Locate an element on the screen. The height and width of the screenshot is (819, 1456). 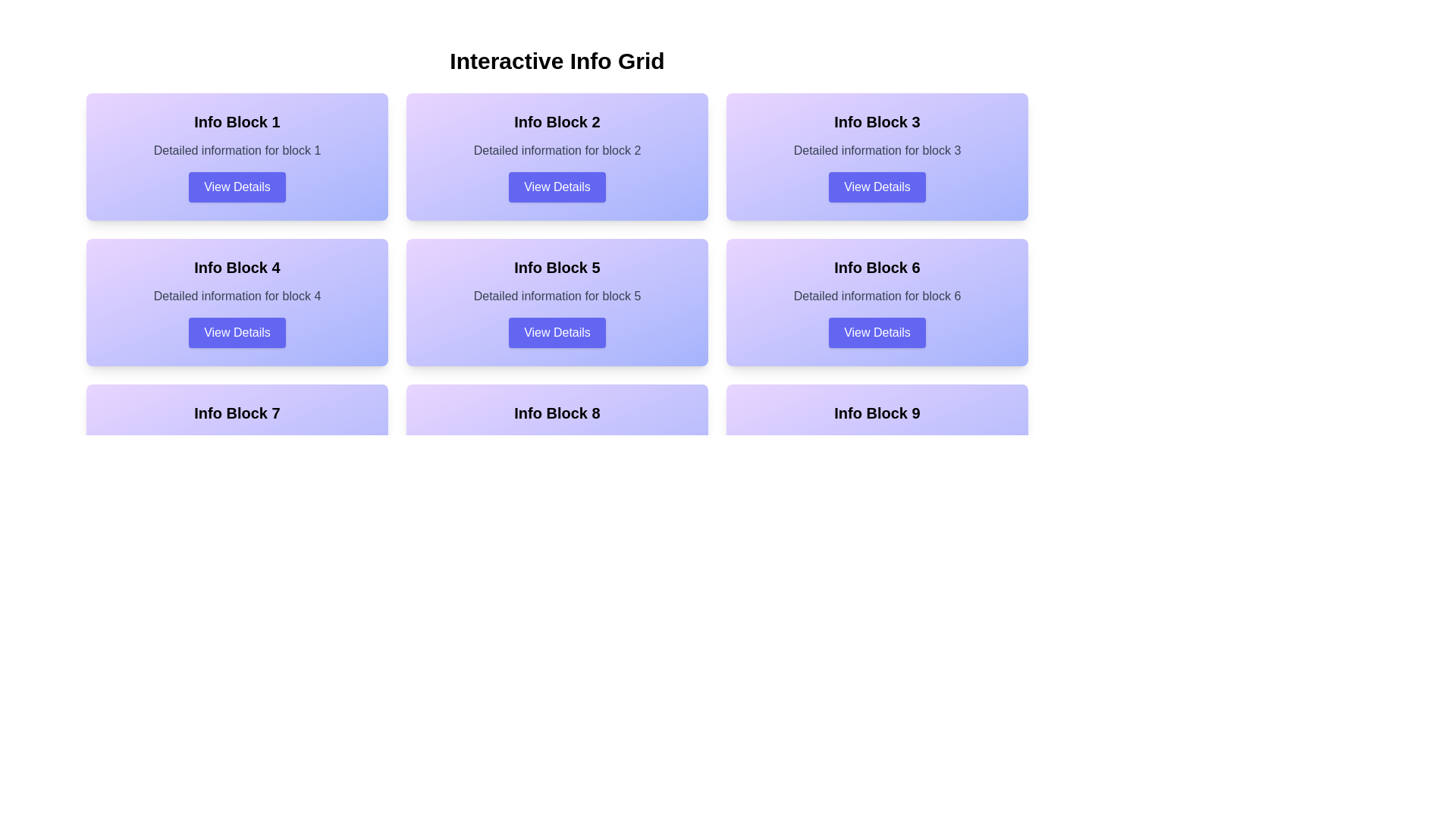
the text label displaying 'Detailed information for block 9', which is located below 'Info Block 9' and above the 'View Details' button is located at coordinates (877, 441).